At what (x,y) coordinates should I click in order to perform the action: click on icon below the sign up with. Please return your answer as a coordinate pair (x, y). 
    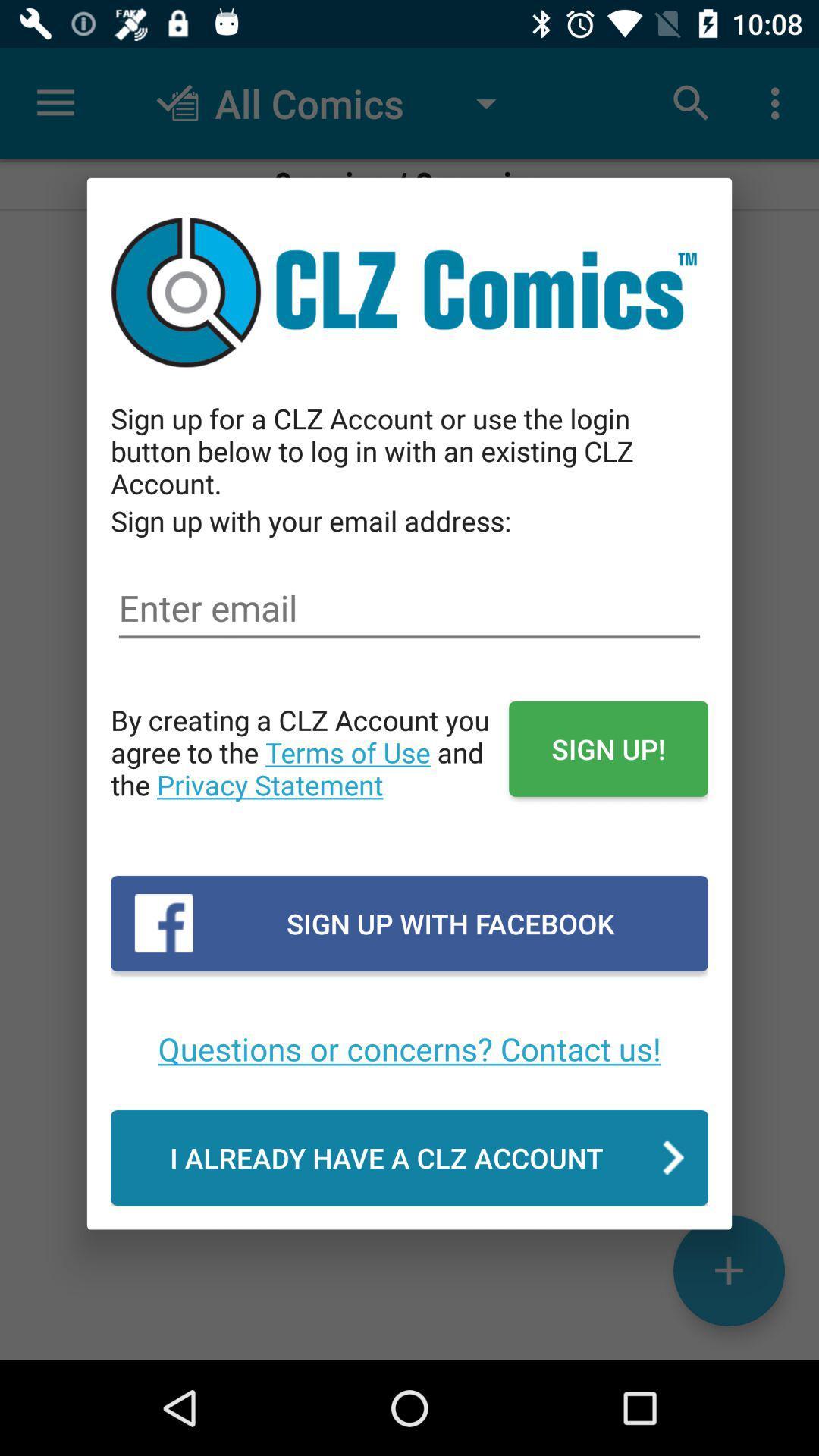
    Looking at the image, I should click on (409, 608).